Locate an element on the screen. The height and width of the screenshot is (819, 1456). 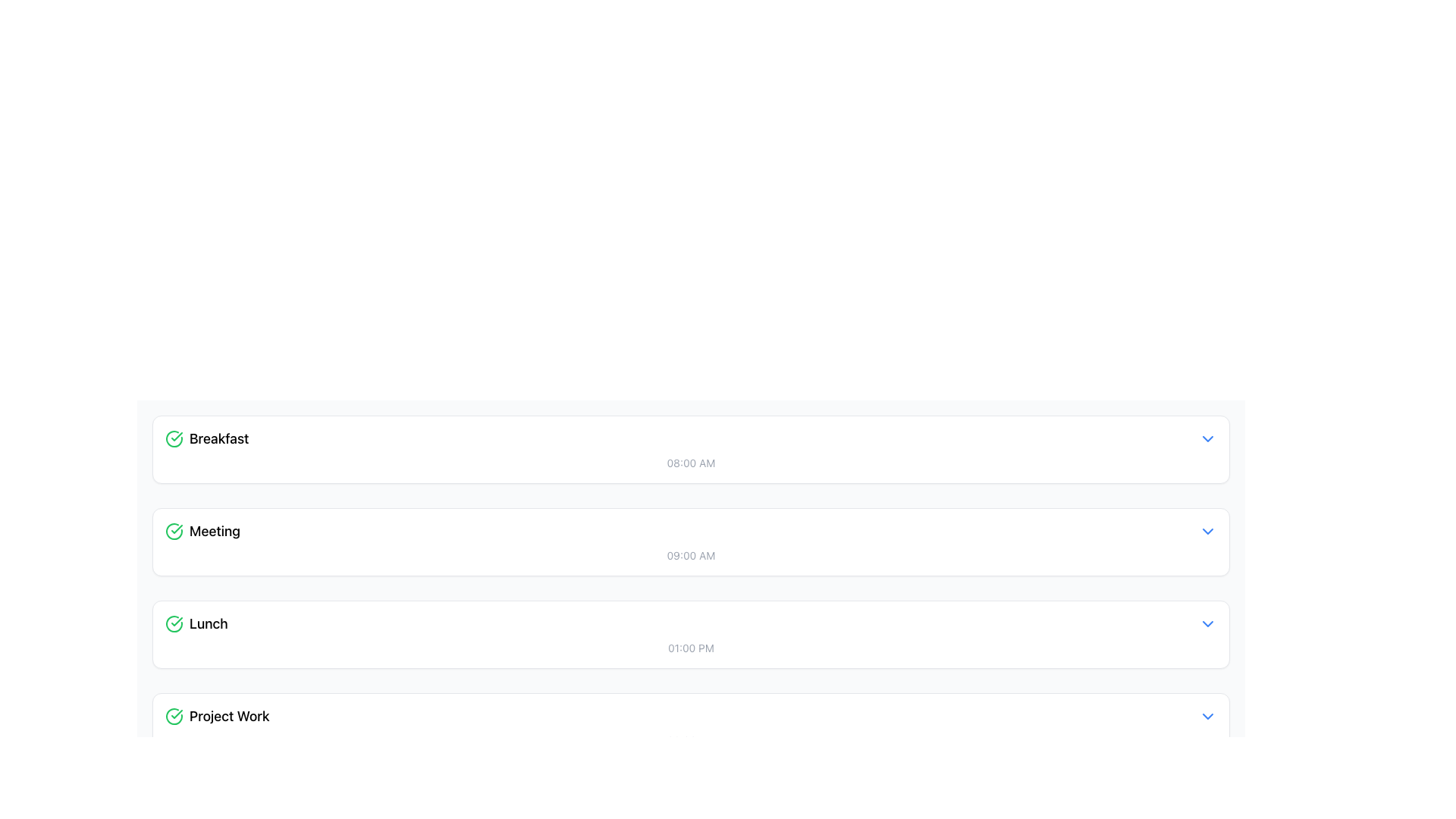
on the downward-facing blue chevron icon toggle button located at the far right of the 'Lunch' row is located at coordinates (1207, 623).